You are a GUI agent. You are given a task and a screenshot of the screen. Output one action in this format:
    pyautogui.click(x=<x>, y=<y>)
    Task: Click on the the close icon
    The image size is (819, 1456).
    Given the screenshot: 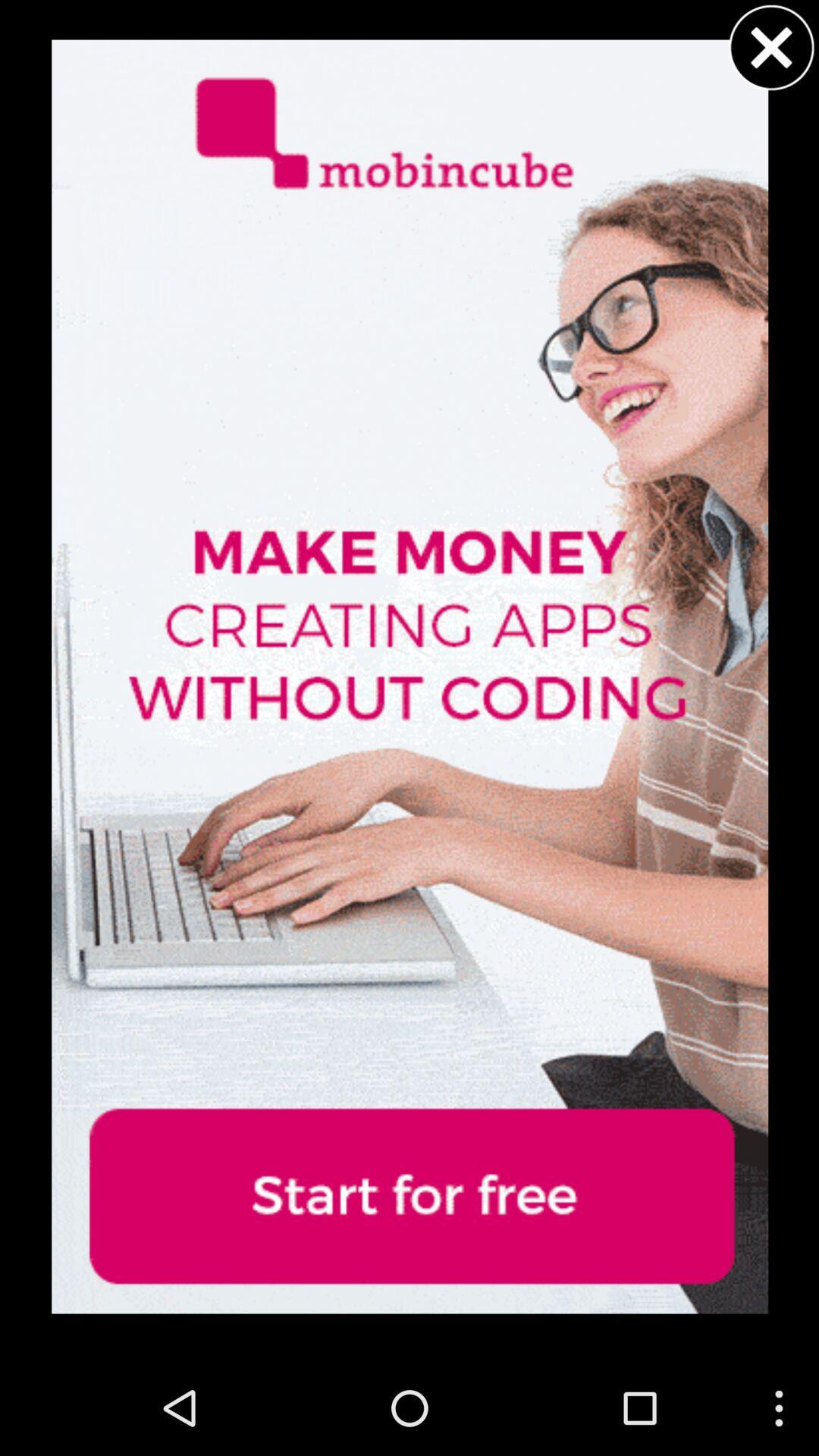 What is the action you would take?
    pyautogui.click(x=771, y=51)
    